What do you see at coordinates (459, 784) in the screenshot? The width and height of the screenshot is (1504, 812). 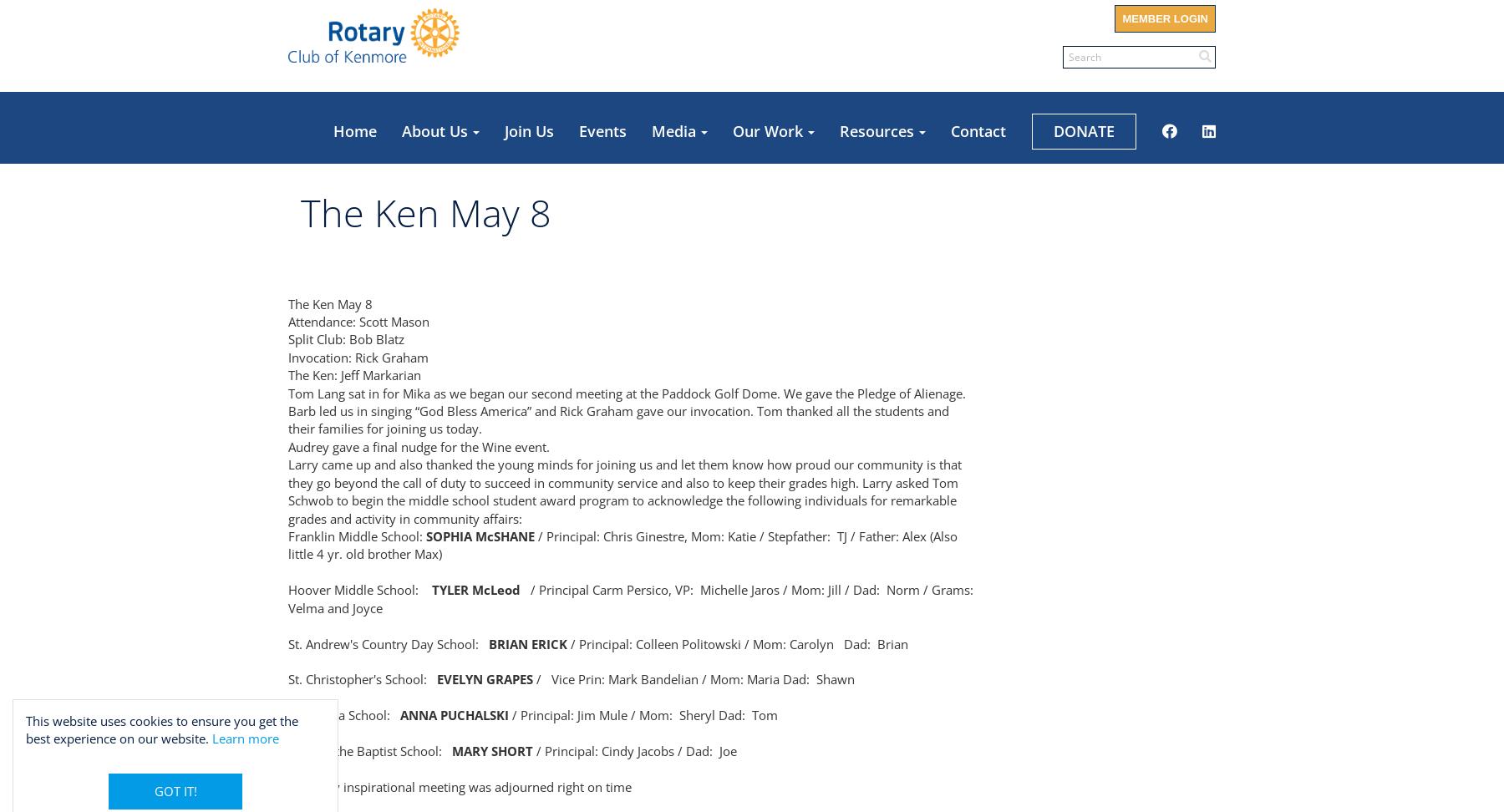 I see `'This very inspirational meeting was adjourned right on time'` at bounding box center [459, 784].